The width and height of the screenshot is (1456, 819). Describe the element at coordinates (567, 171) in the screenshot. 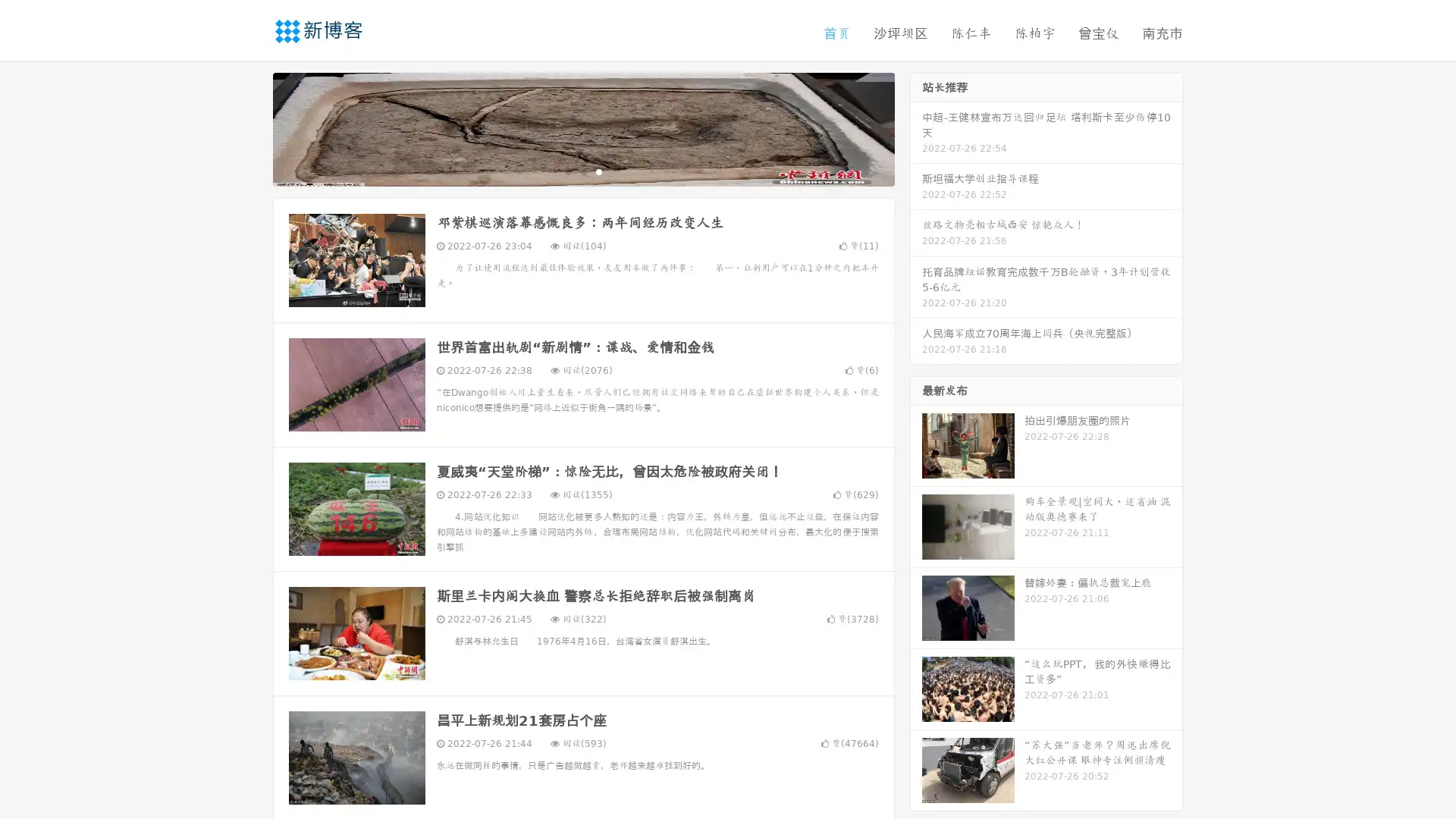

I see `Go to slide 1` at that location.